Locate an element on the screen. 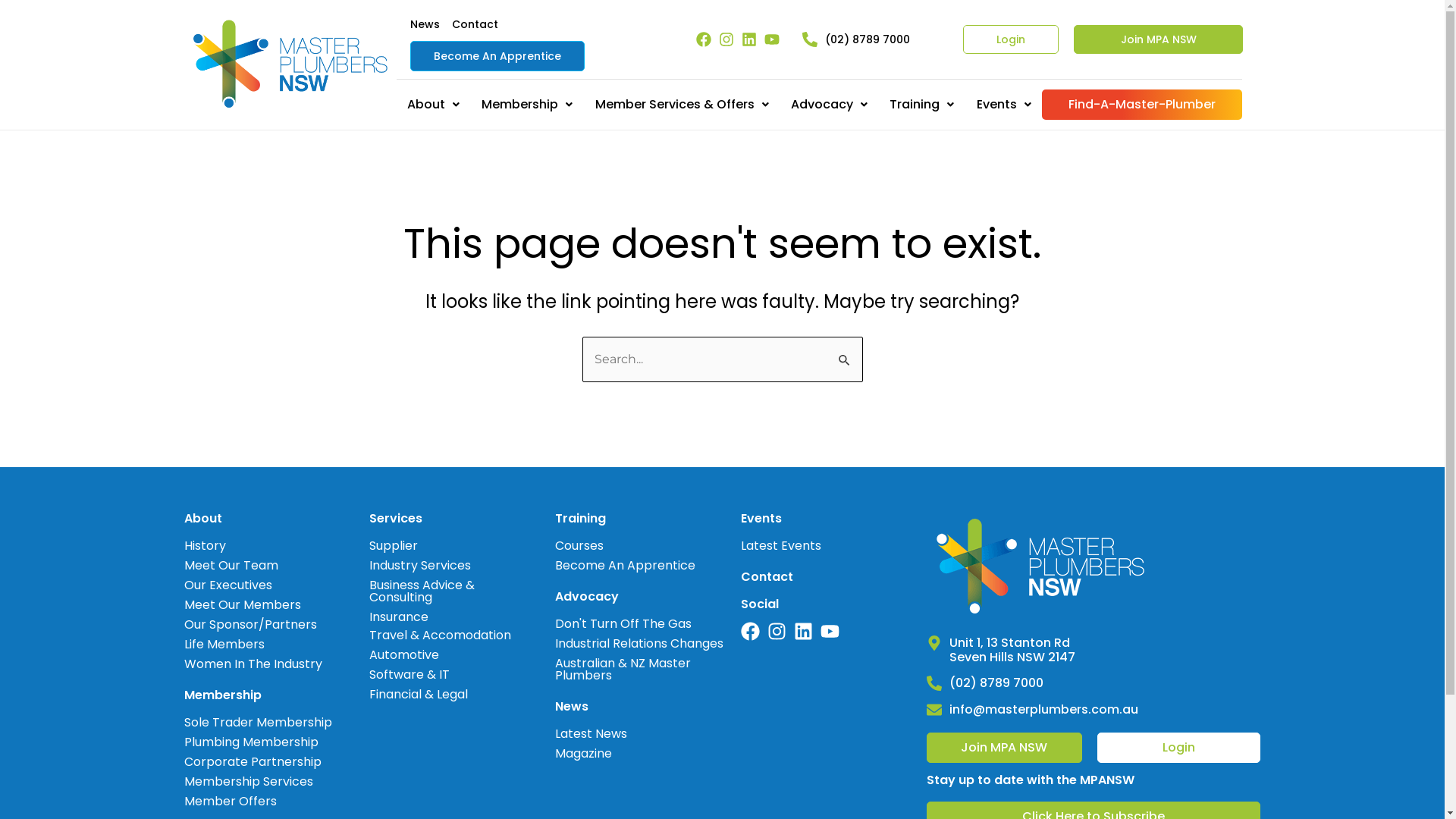  'Membership' is located at coordinates (221, 695).